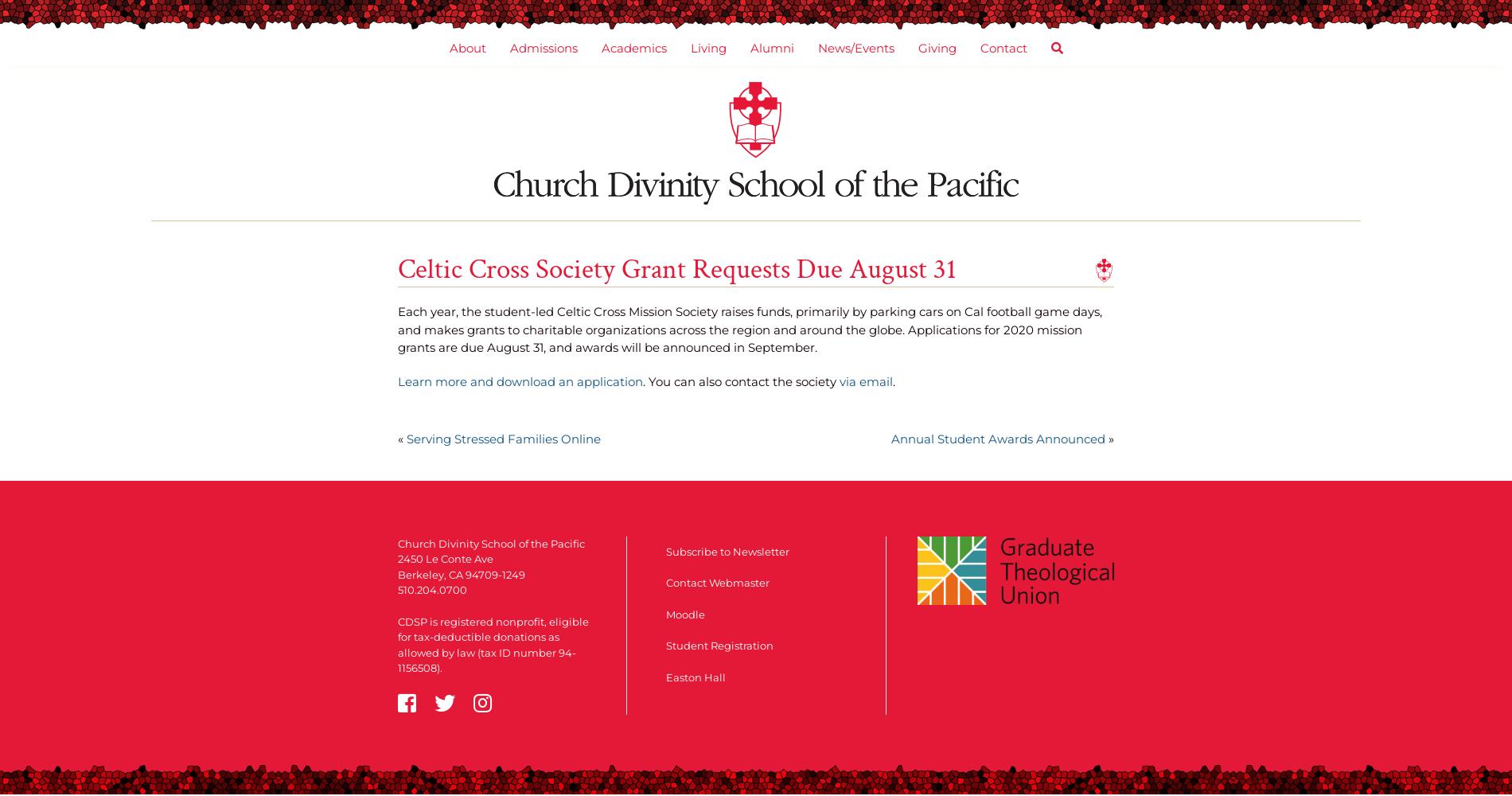 The image size is (1512, 796). I want to click on 'Contextual Education', so click(731, 220).